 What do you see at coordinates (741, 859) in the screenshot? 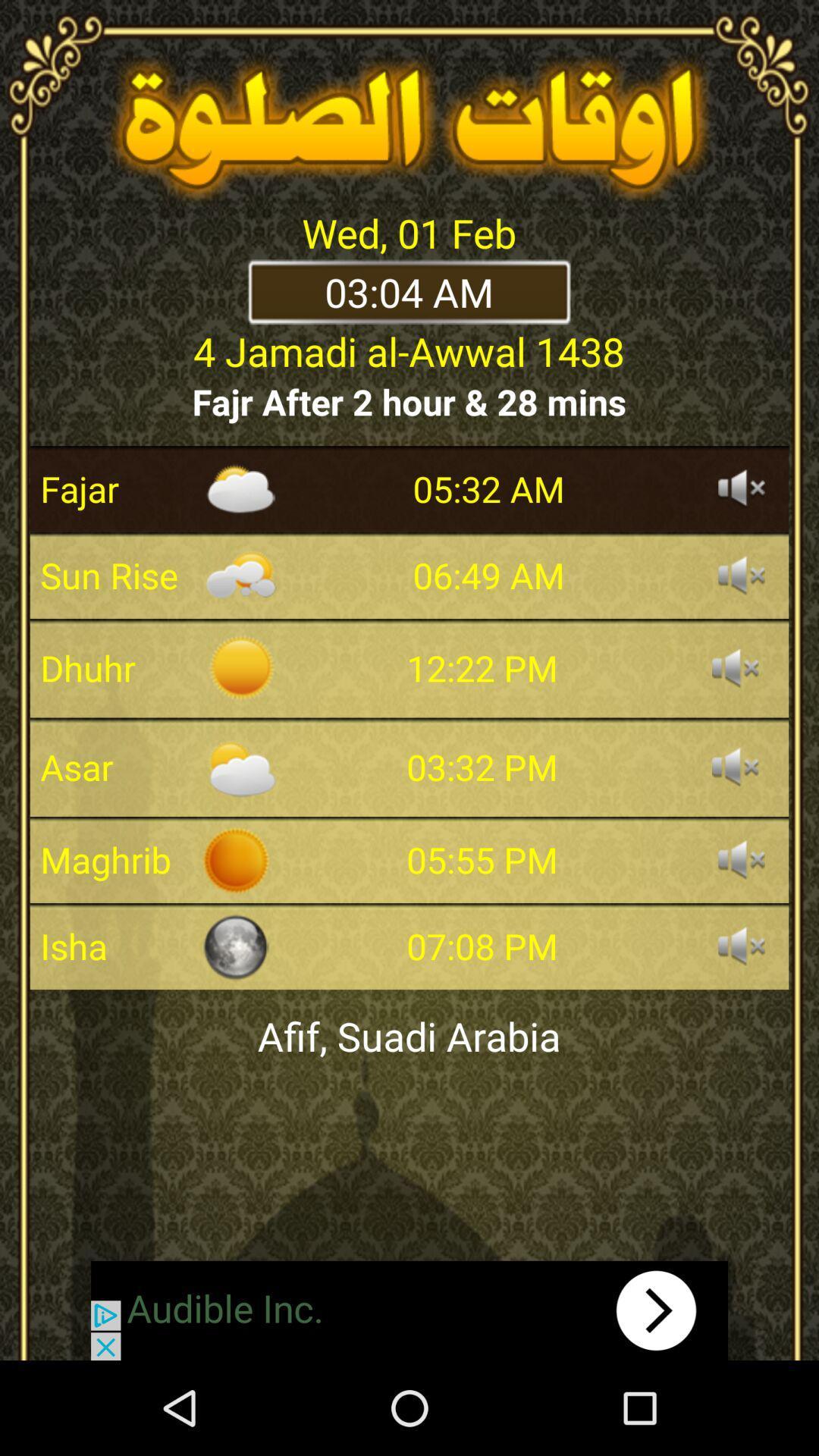
I see `mute audio` at bounding box center [741, 859].